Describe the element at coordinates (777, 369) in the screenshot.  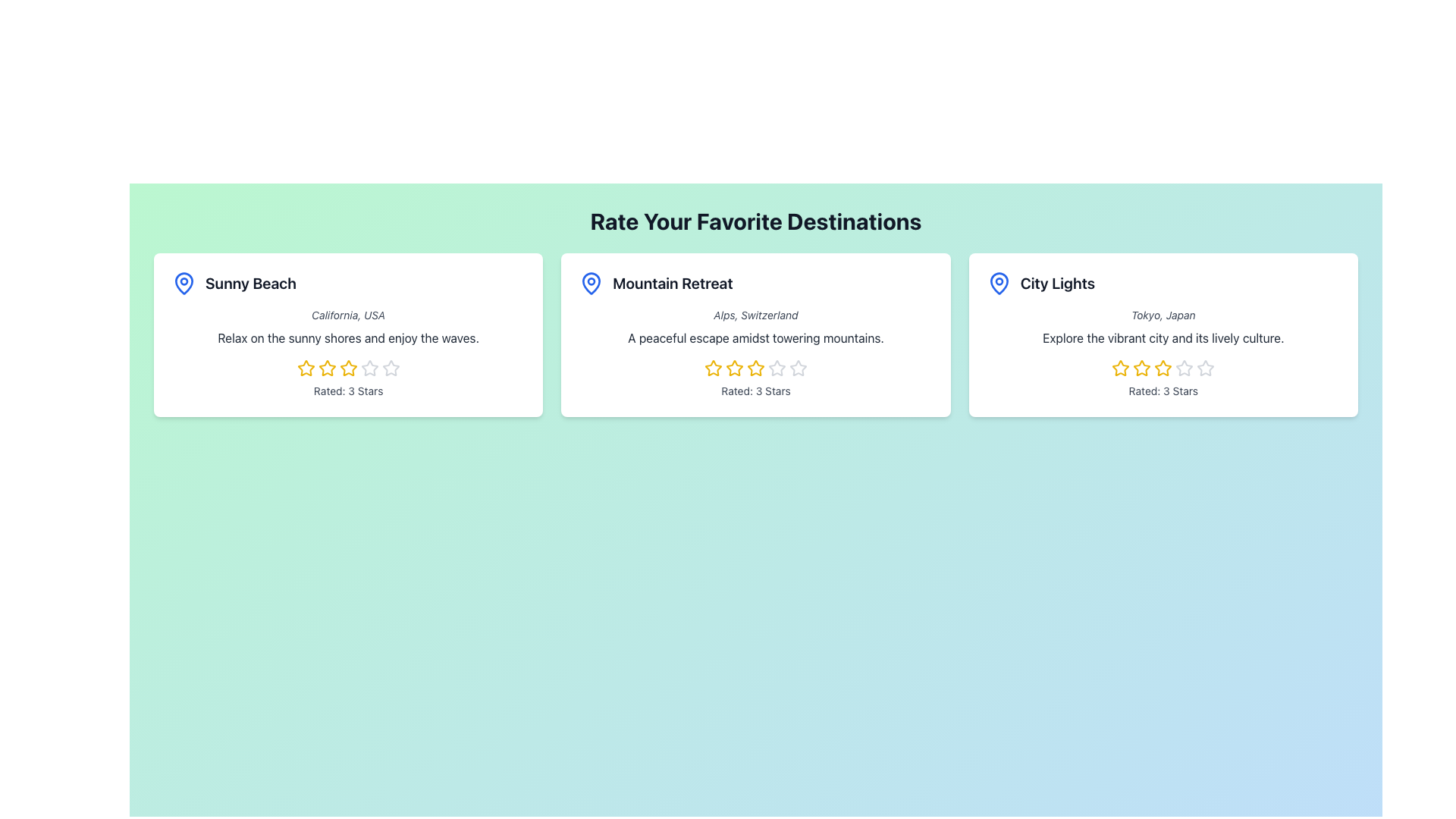
I see `the fourth star icon in the rating system for the 'Mountain Retreat' destination to interact with the rating mechanism` at that location.